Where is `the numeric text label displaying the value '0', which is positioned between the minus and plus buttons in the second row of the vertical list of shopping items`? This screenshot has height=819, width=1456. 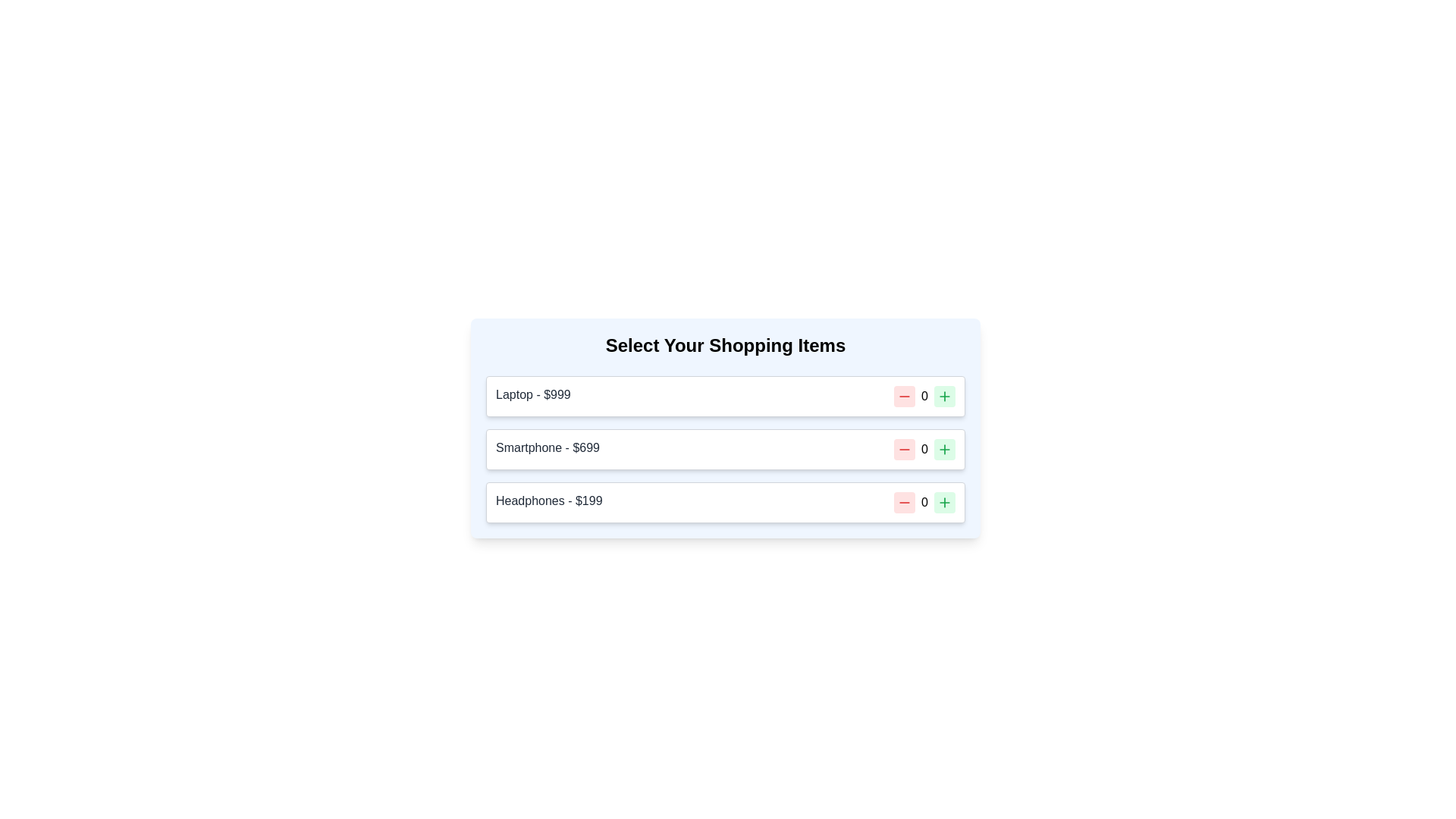
the numeric text label displaying the value '0', which is positioned between the minus and plus buttons in the second row of the vertical list of shopping items is located at coordinates (924, 449).